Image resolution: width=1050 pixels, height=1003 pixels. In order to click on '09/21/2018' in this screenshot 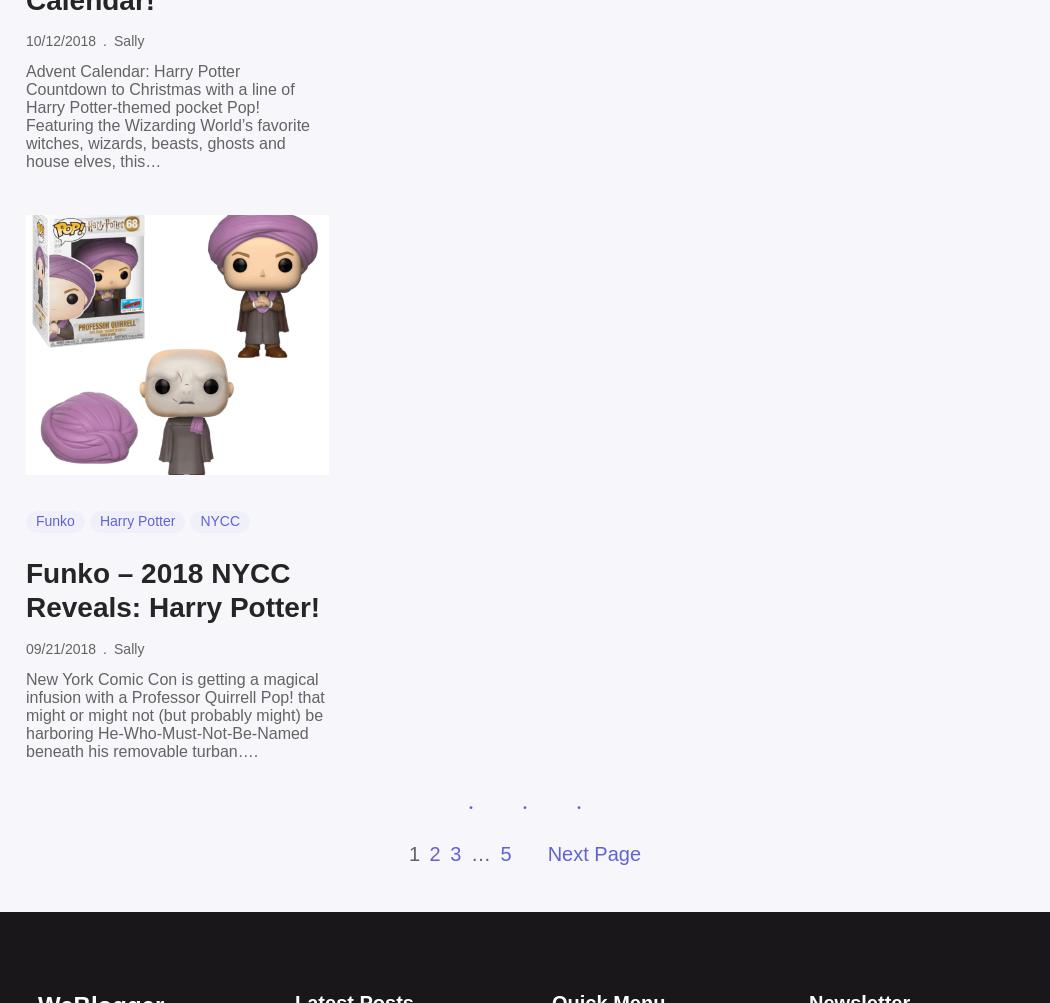, I will do `click(60, 648)`.